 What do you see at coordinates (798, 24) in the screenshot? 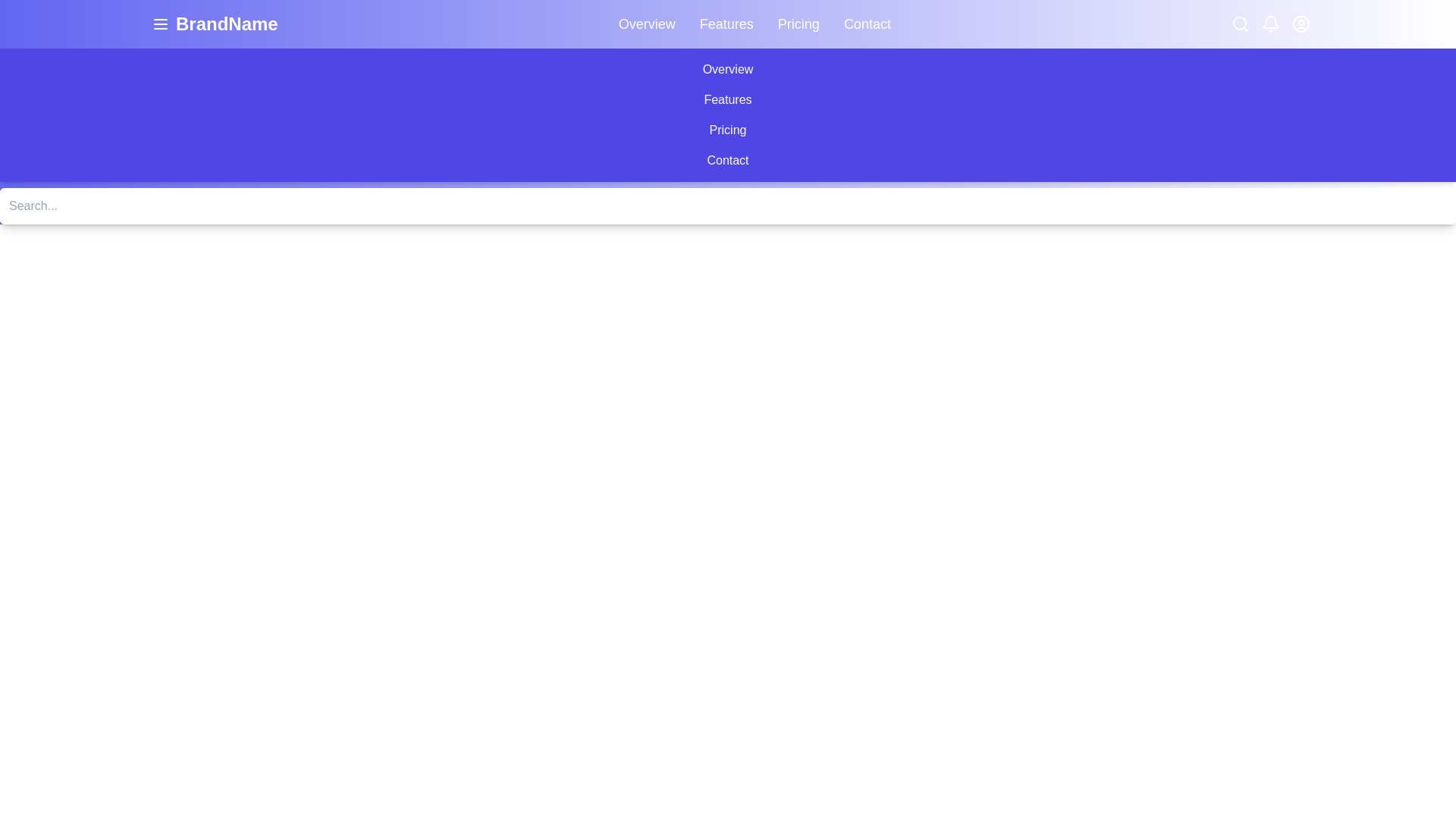
I see `the navigation link labeled 'Pricing' which is the third link from the left in a row of four links` at bounding box center [798, 24].